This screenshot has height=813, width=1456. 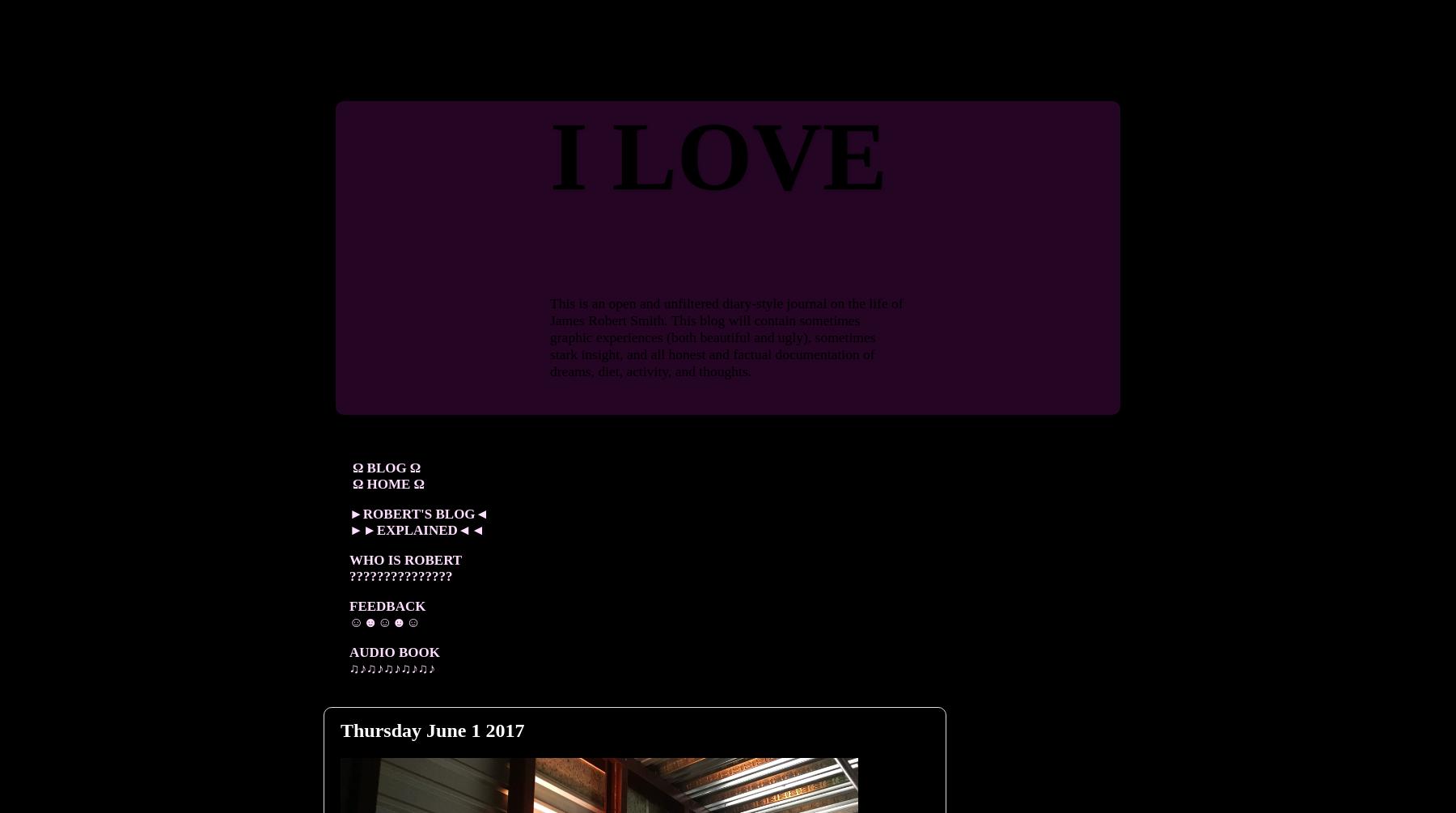 I want to click on 'Ω HOME Ω', so click(x=387, y=482).